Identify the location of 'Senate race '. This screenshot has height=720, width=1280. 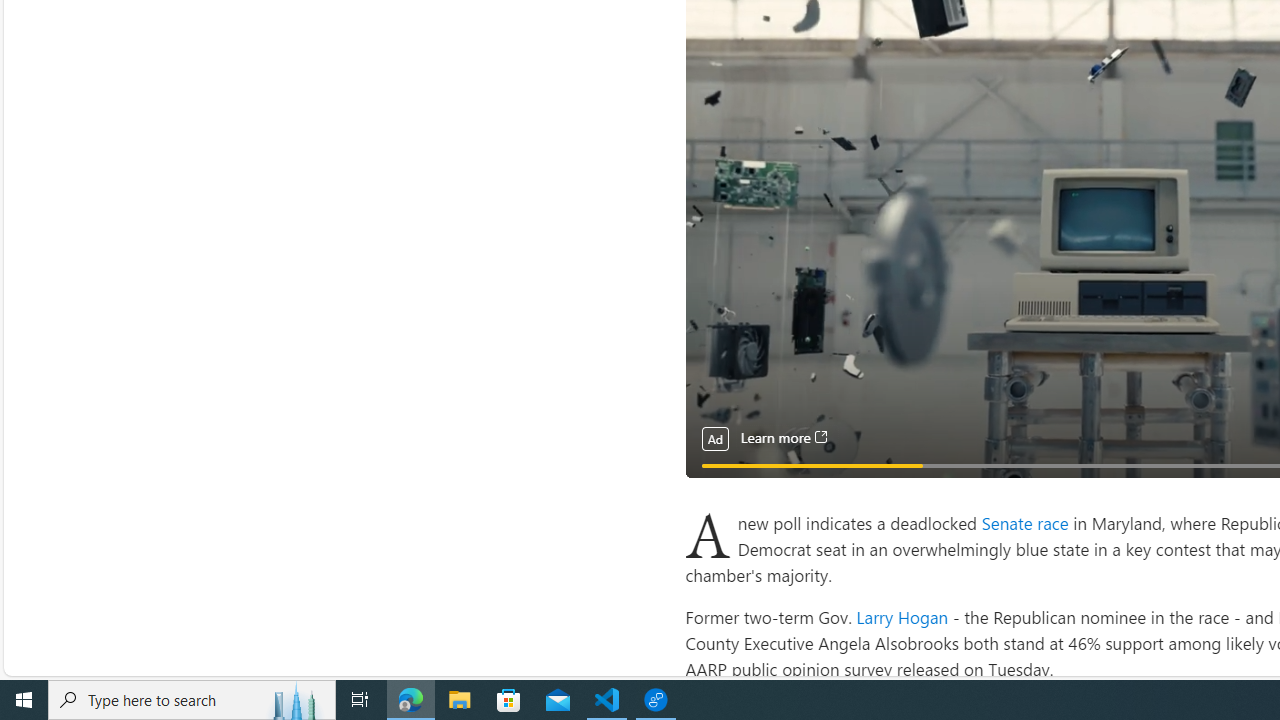
(1027, 521).